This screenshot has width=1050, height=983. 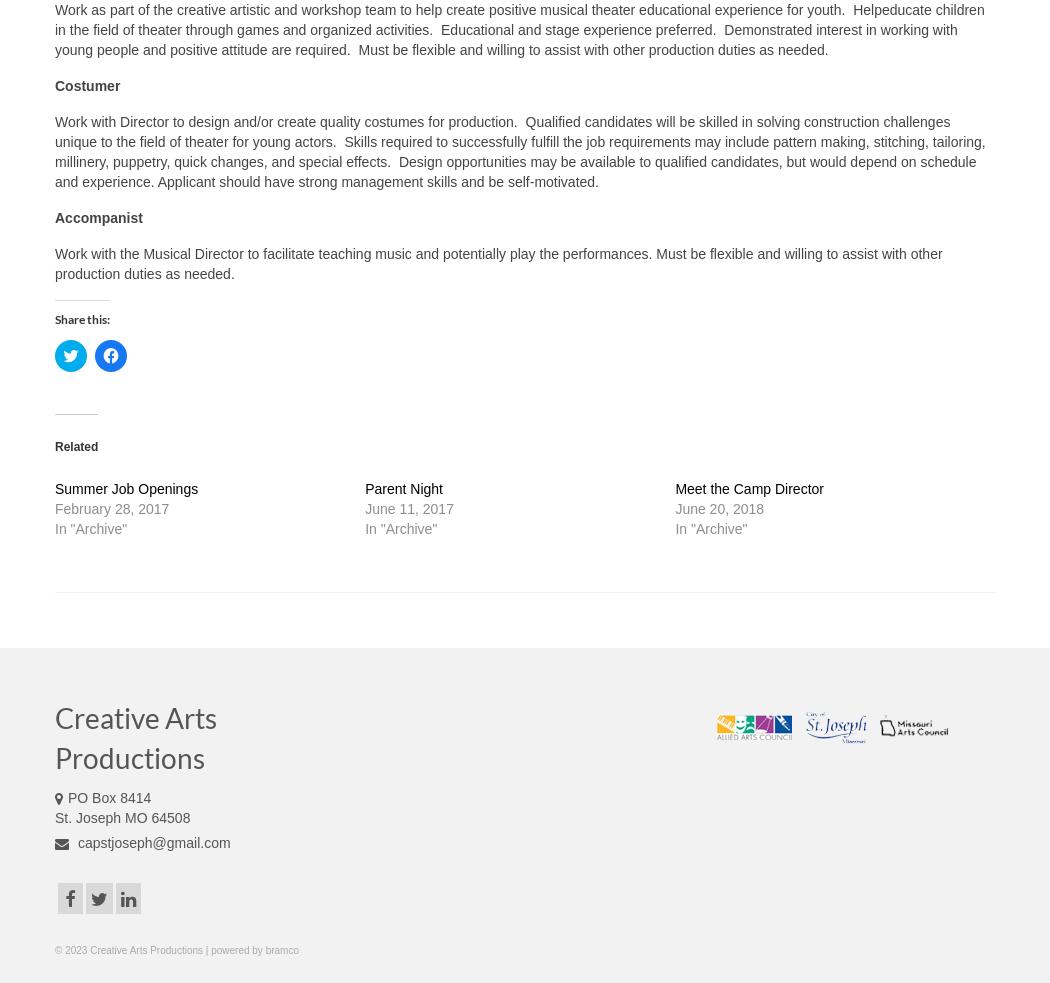 What do you see at coordinates (54, 735) in the screenshot?
I see `'Creative Arts Productions'` at bounding box center [54, 735].